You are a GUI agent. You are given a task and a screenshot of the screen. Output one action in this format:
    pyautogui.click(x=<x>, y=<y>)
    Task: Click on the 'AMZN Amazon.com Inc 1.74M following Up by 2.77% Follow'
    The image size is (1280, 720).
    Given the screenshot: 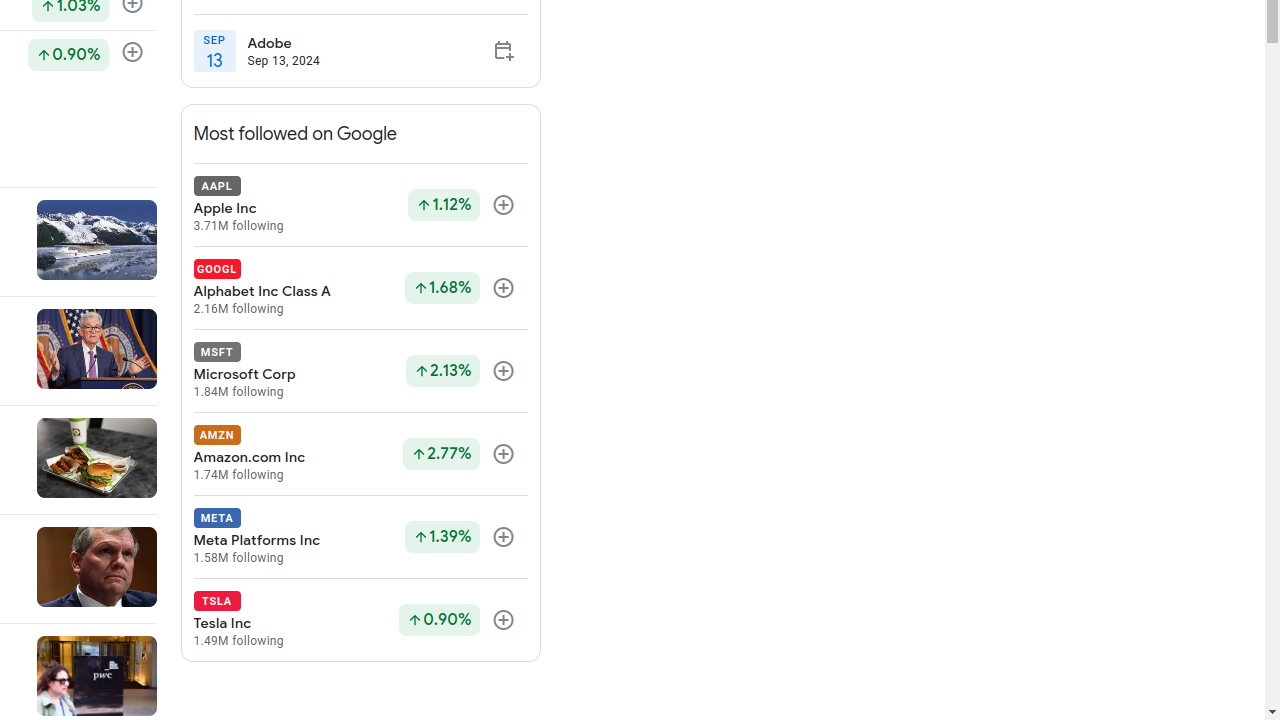 What is the action you would take?
    pyautogui.click(x=360, y=454)
    